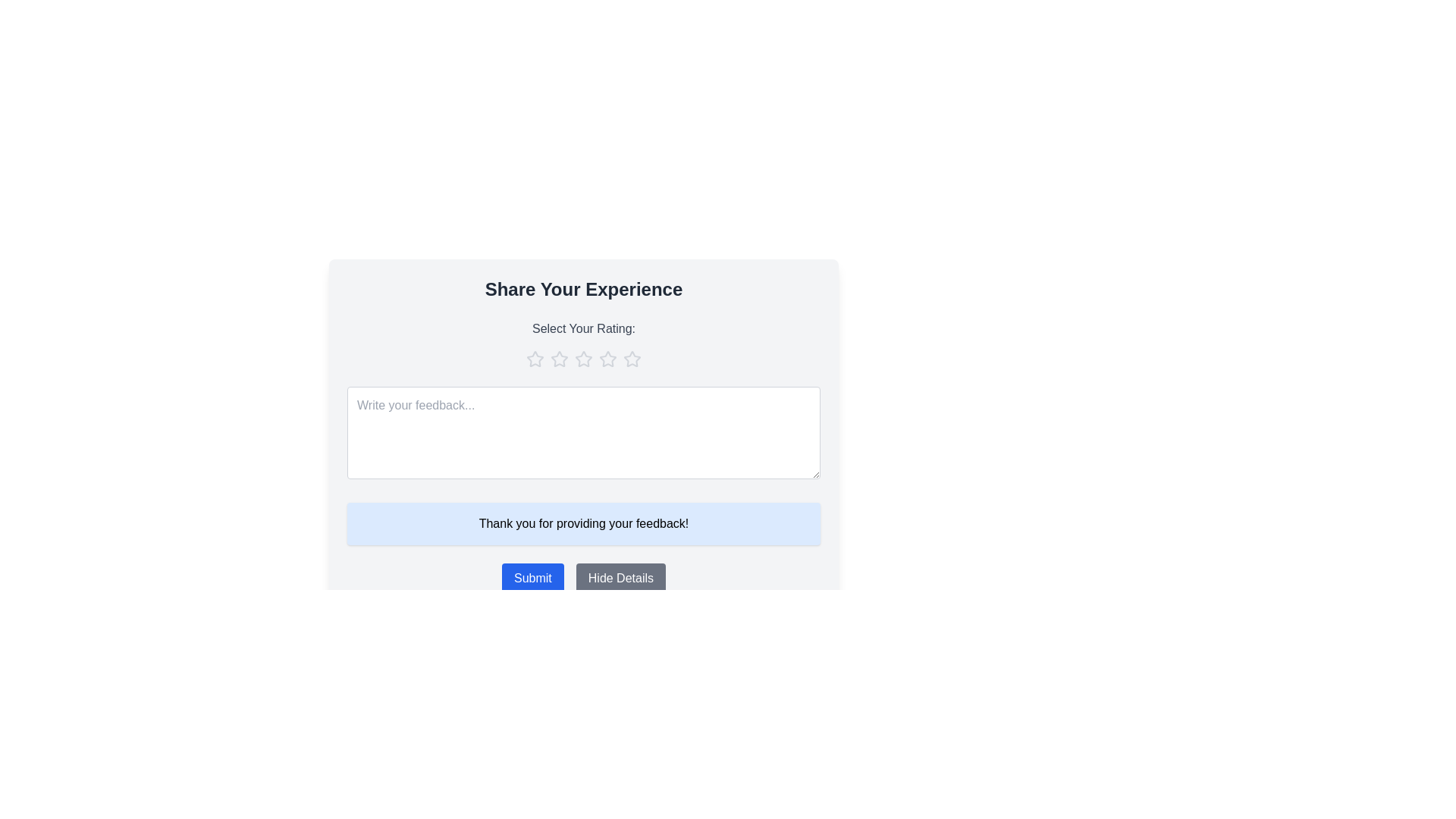 The width and height of the screenshot is (1456, 819). Describe the element at coordinates (532, 579) in the screenshot. I see `the 'Submit' button located near the center-bottom of the page` at that location.